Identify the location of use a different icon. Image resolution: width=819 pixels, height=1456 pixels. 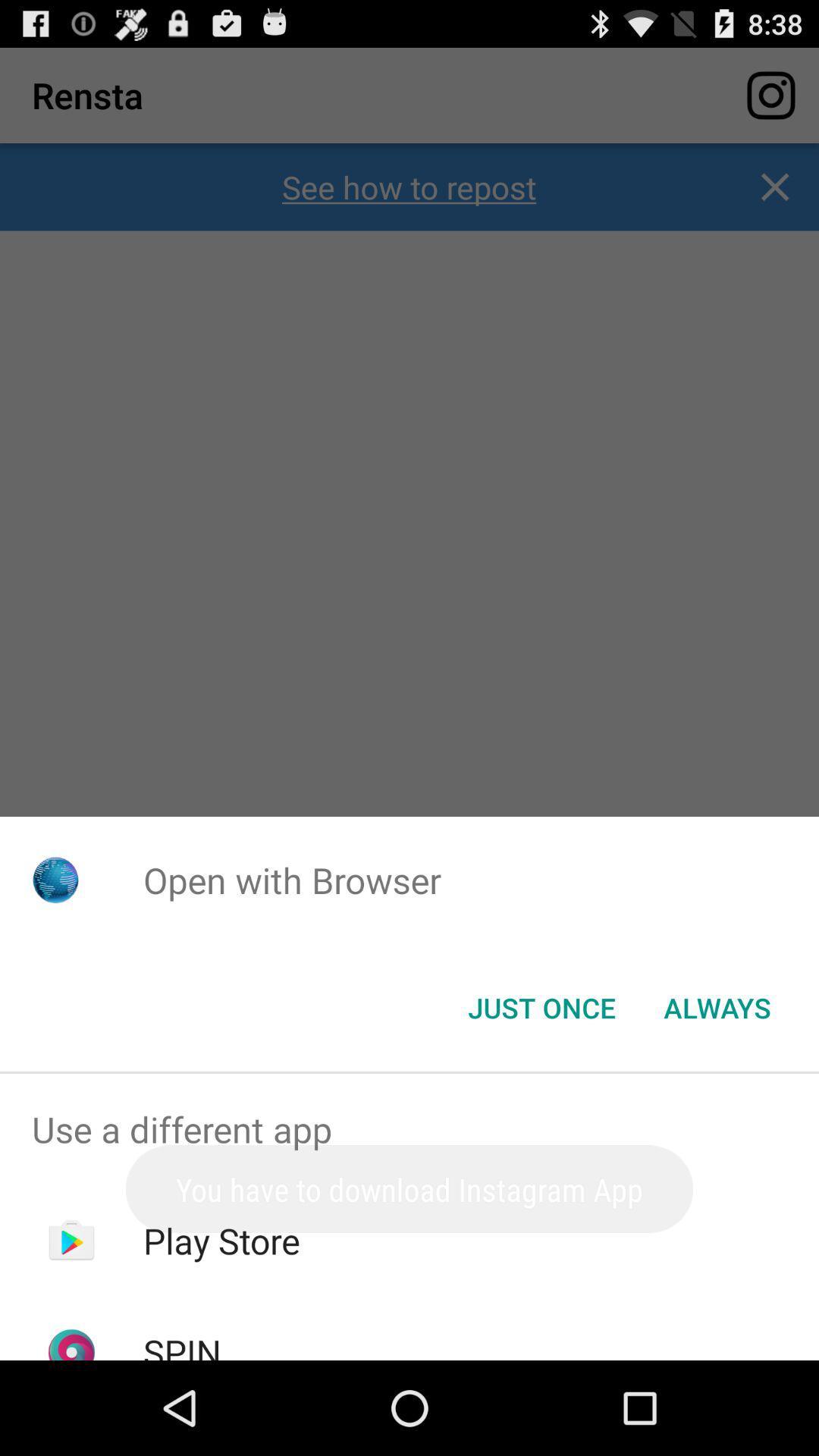
(409, 1129).